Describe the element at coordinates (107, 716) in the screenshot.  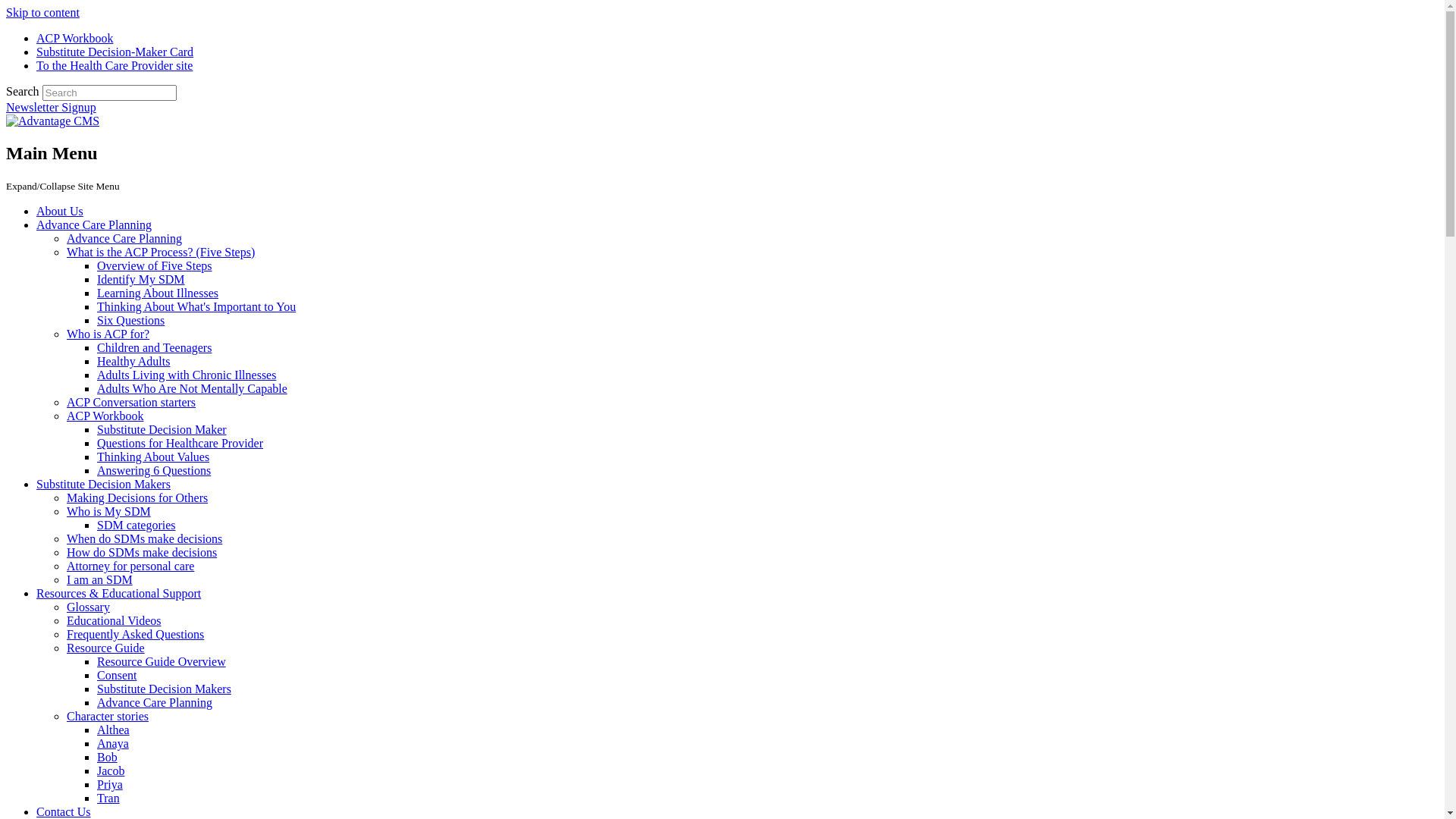
I see `'Character stories'` at that location.